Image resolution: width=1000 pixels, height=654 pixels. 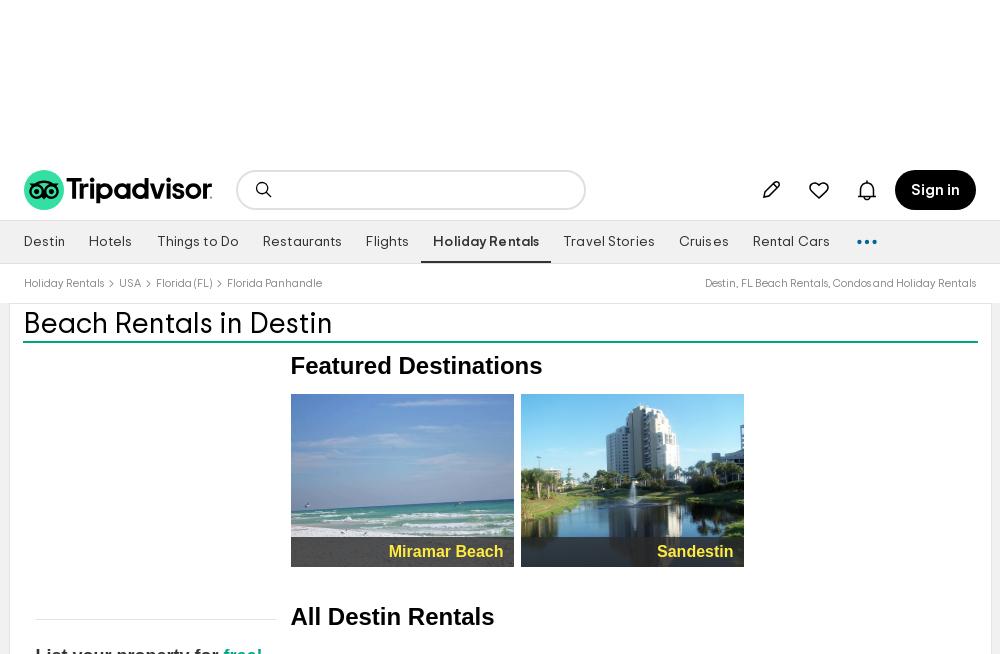 What do you see at coordinates (867, 199) in the screenshot?
I see `'Alerts'` at bounding box center [867, 199].